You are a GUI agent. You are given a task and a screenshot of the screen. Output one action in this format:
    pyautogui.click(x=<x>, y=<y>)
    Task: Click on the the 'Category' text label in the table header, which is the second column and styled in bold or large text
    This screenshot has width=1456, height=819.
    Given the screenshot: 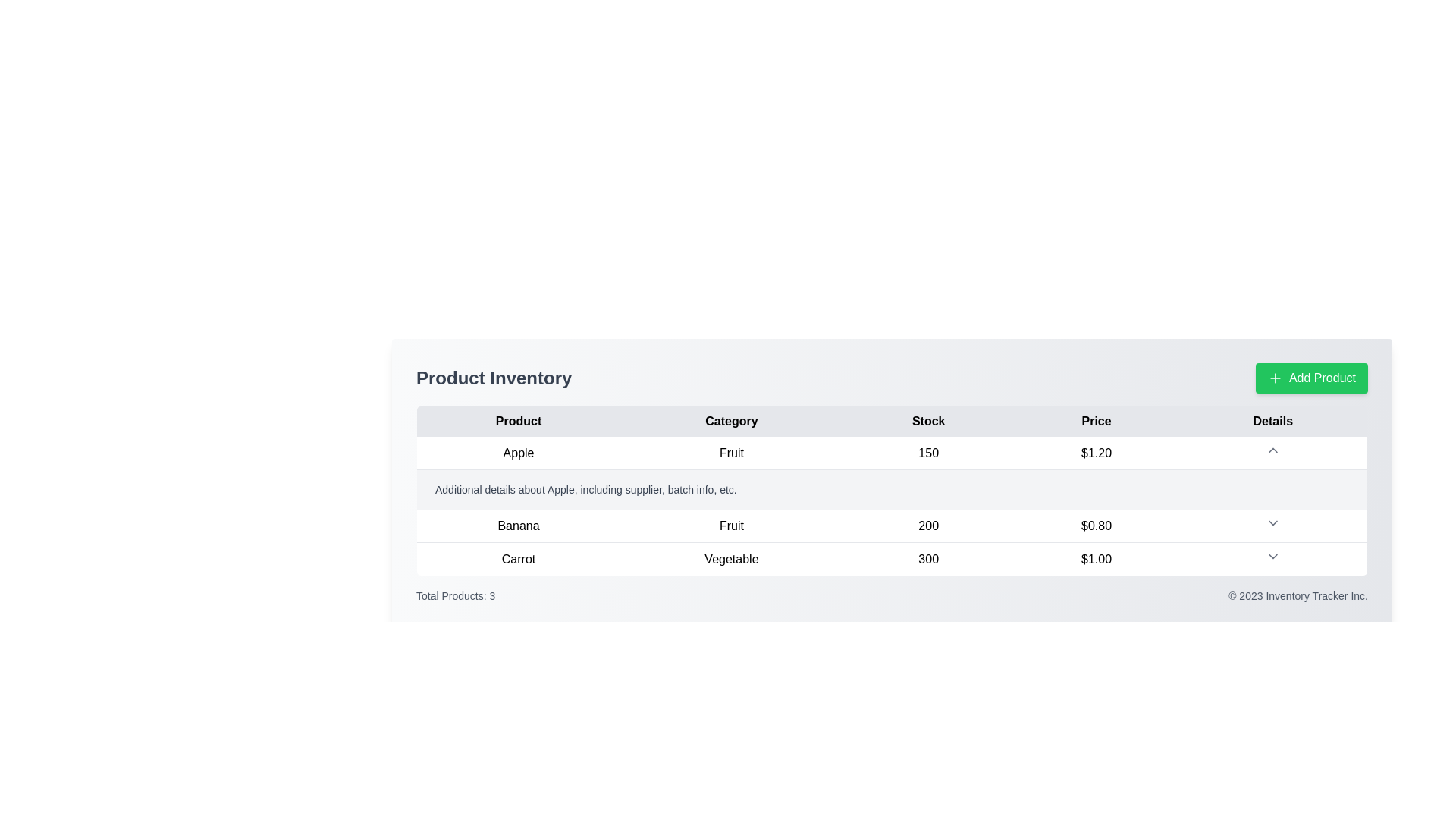 What is the action you would take?
    pyautogui.click(x=731, y=421)
    